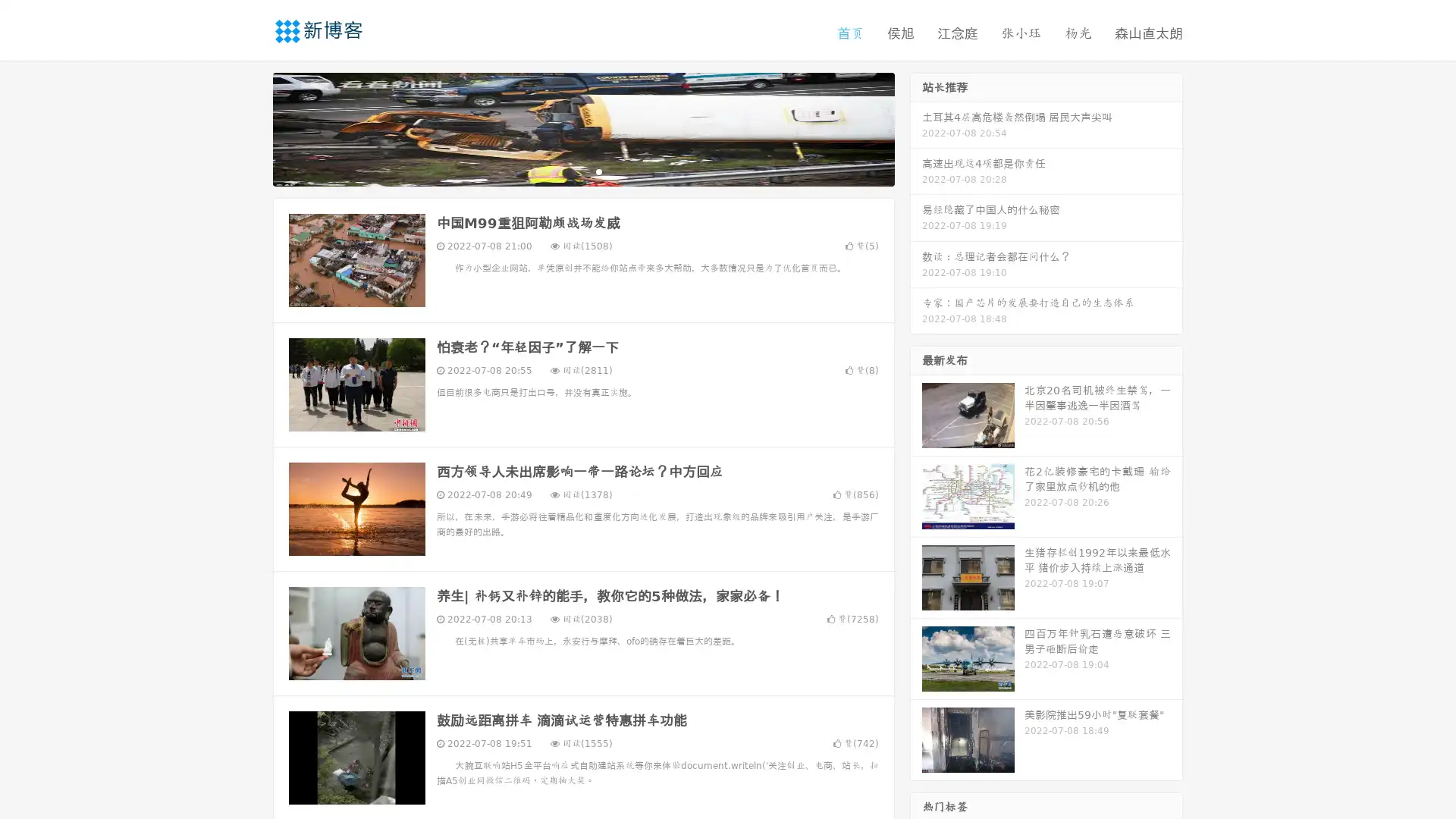  I want to click on Next slide, so click(916, 127).